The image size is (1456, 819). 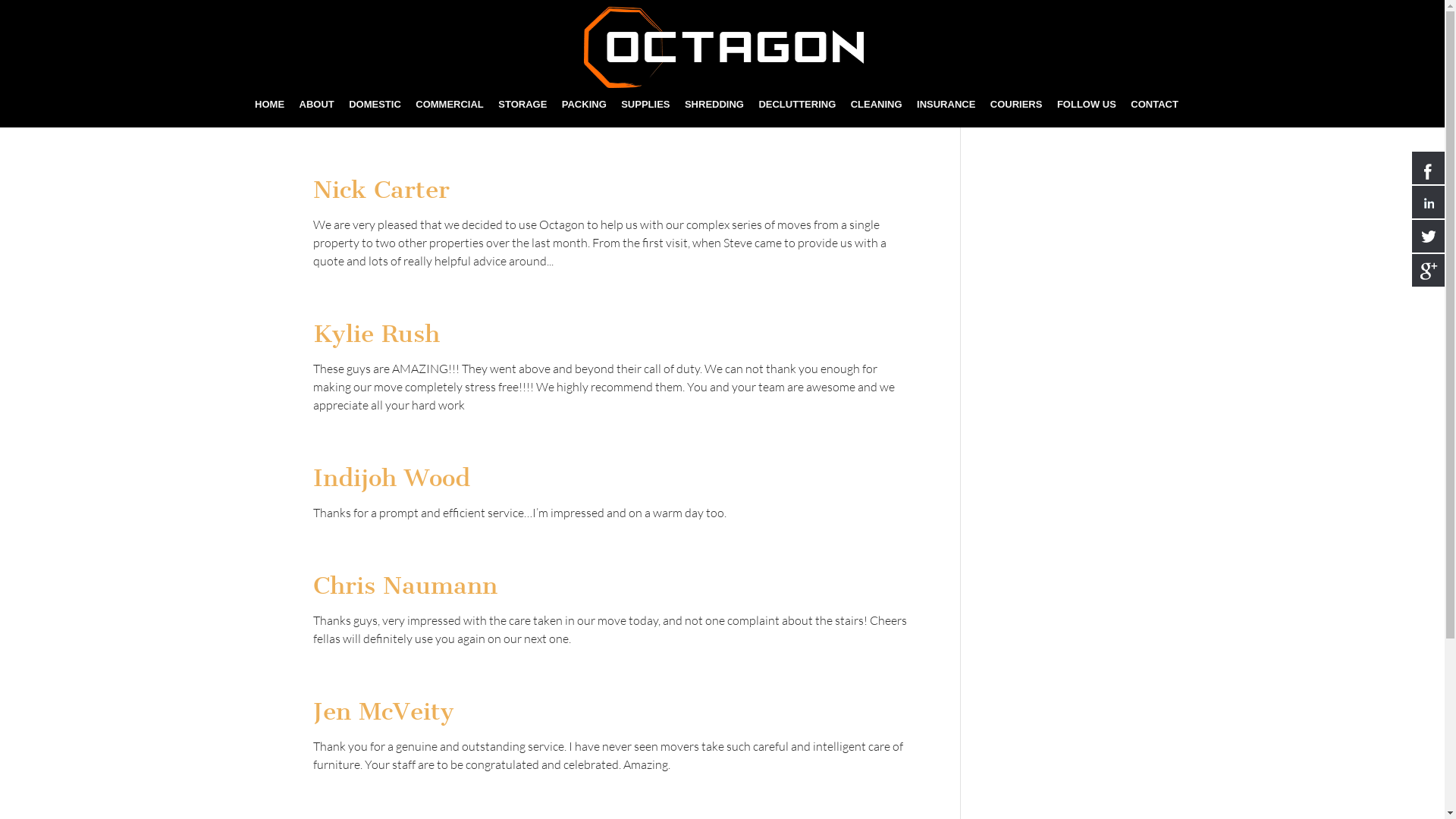 I want to click on 'DECLUTTERING', so click(x=758, y=112).